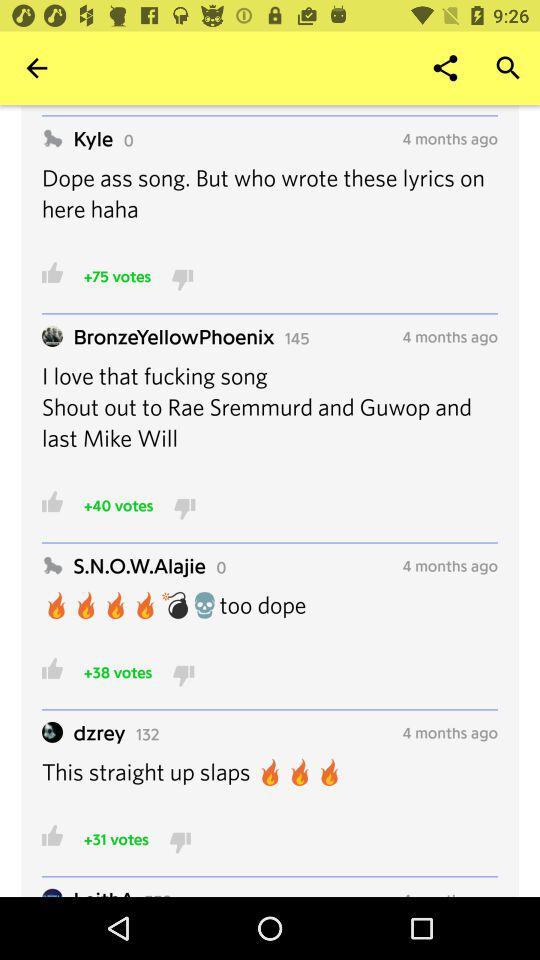  Describe the element at coordinates (117, 275) in the screenshot. I see `the +75 votes` at that location.